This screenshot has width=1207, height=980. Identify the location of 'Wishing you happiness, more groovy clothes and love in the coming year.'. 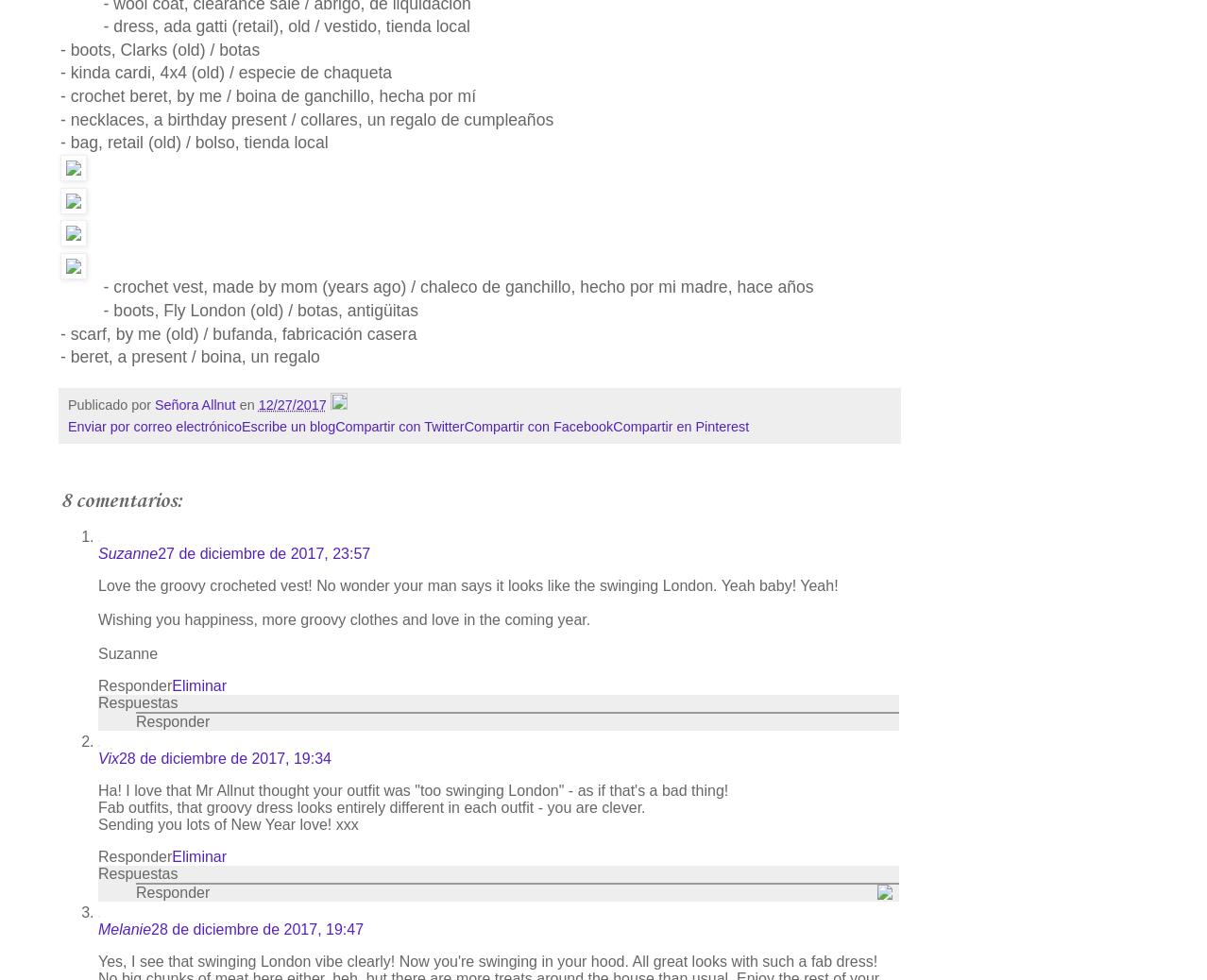
(343, 618).